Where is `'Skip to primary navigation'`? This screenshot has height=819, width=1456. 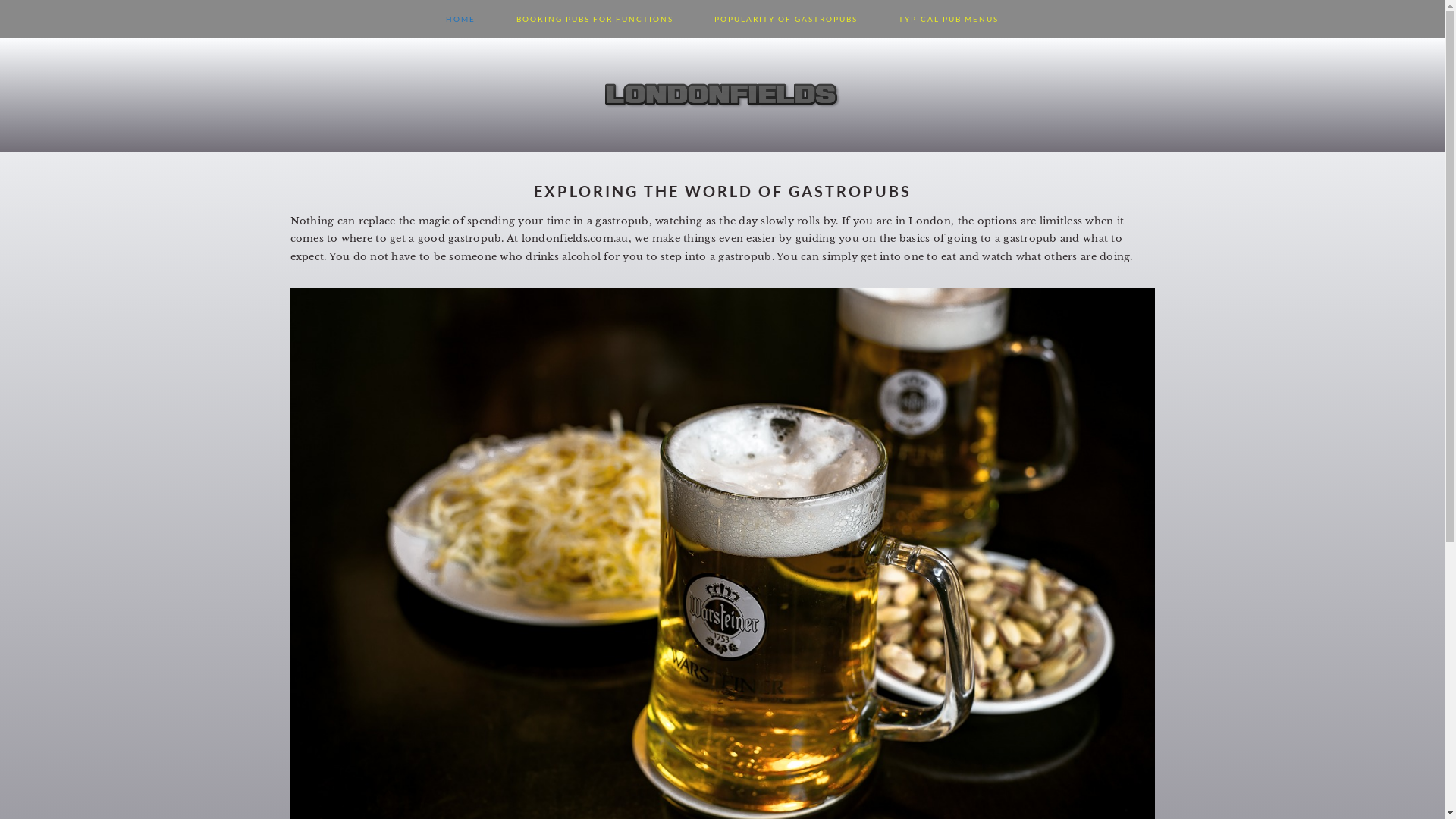 'Skip to primary navigation' is located at coordinates (0, 0).